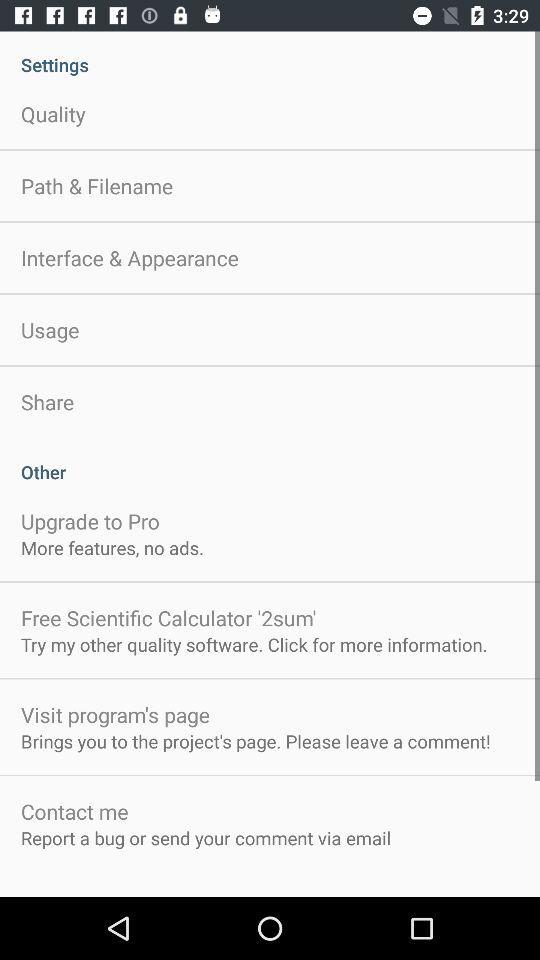  Describe the element at coordinates (112, 547) in the screenshot. I see `the item above the free scientific calculator` at that location.